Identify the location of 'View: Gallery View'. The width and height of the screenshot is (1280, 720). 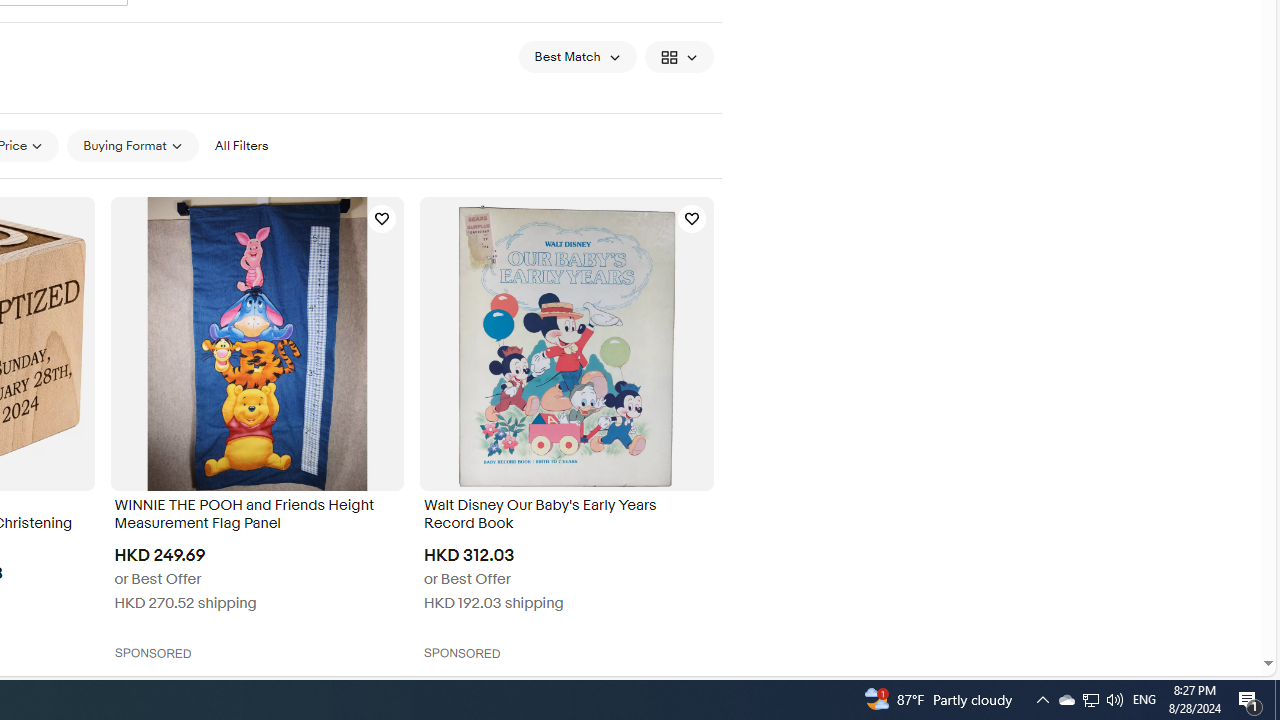
(679, 55).